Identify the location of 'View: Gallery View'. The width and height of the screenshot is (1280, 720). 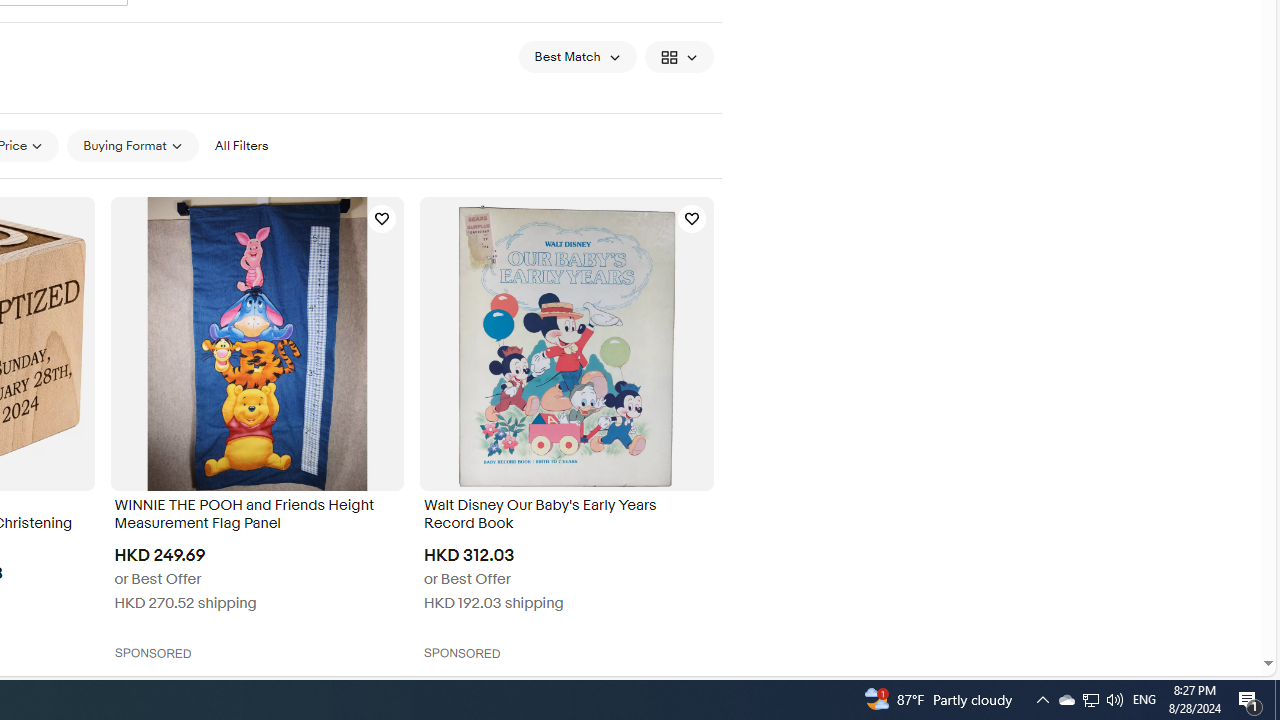
(679, 55).